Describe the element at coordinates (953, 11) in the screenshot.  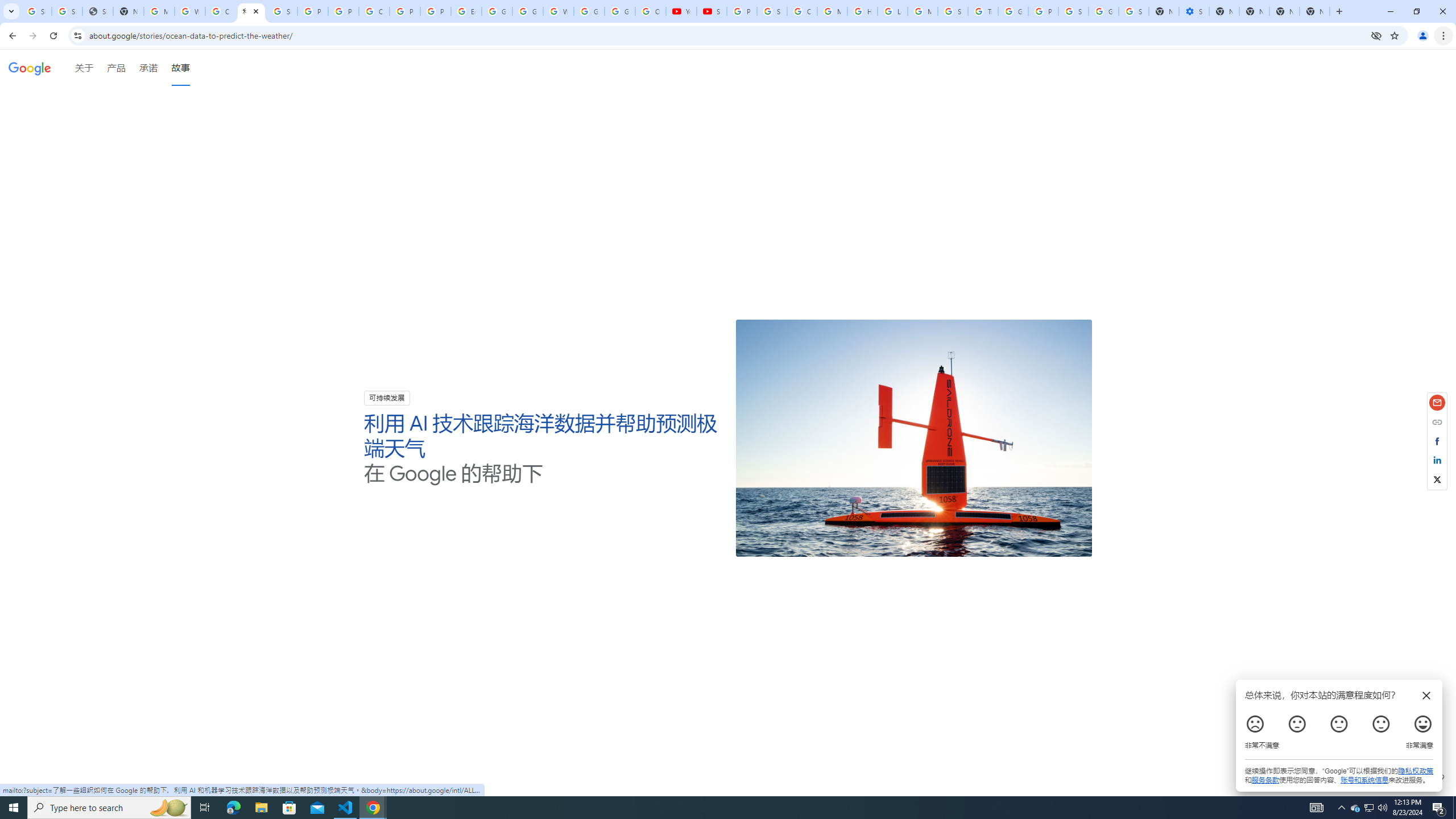
I see `'Search our Doodle Library Collection - Google Doodles'` at that location.